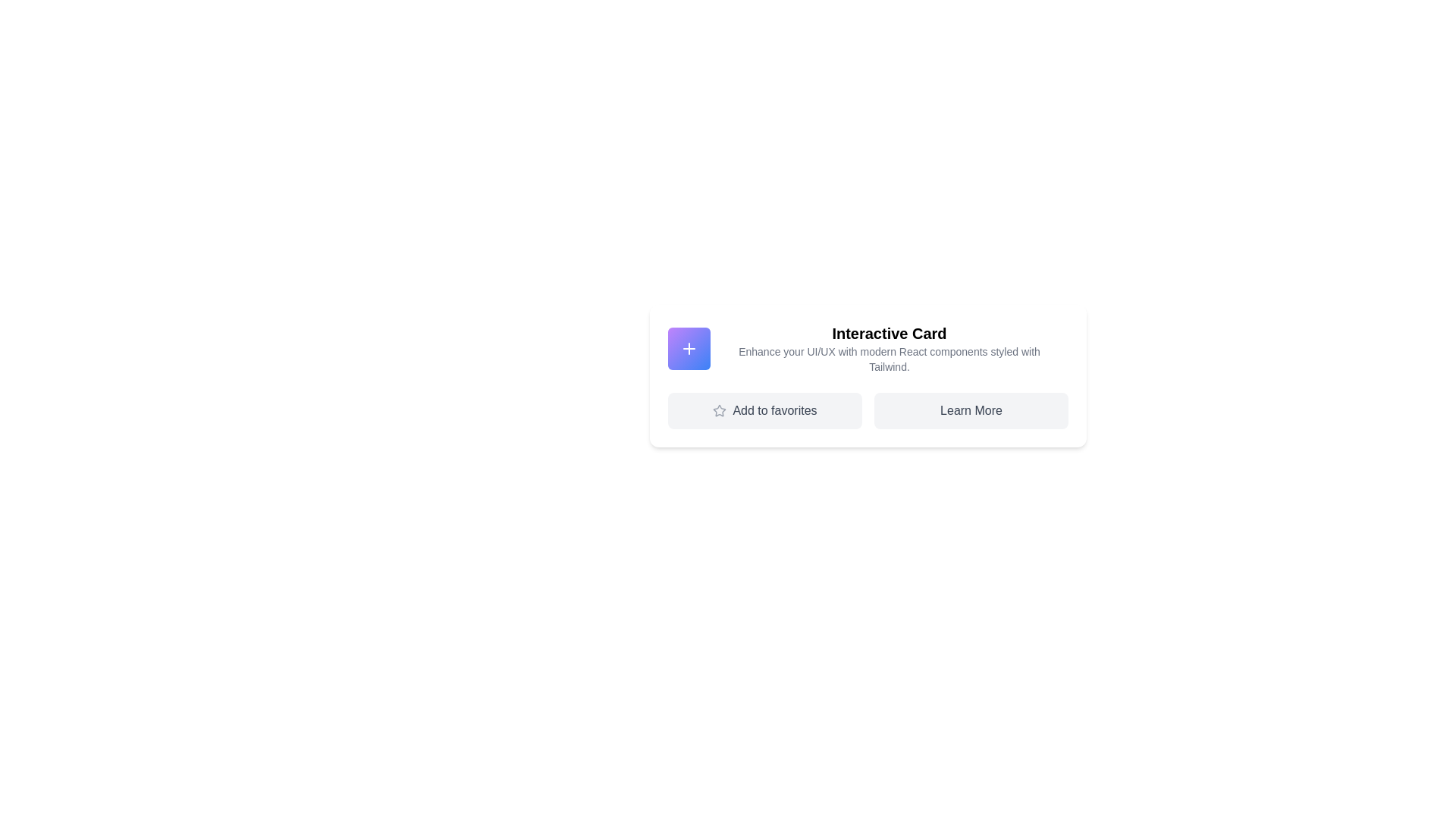 The width and height of the screenshot is (1456, 819). What do you see at coordinates (889, 348) in the screenshot?
I see `the text displayed in the title and subtitle section of the card component, which is located above the 'Add to favorites' and 'Learn More' buttons` at bounding box center [889, 348].